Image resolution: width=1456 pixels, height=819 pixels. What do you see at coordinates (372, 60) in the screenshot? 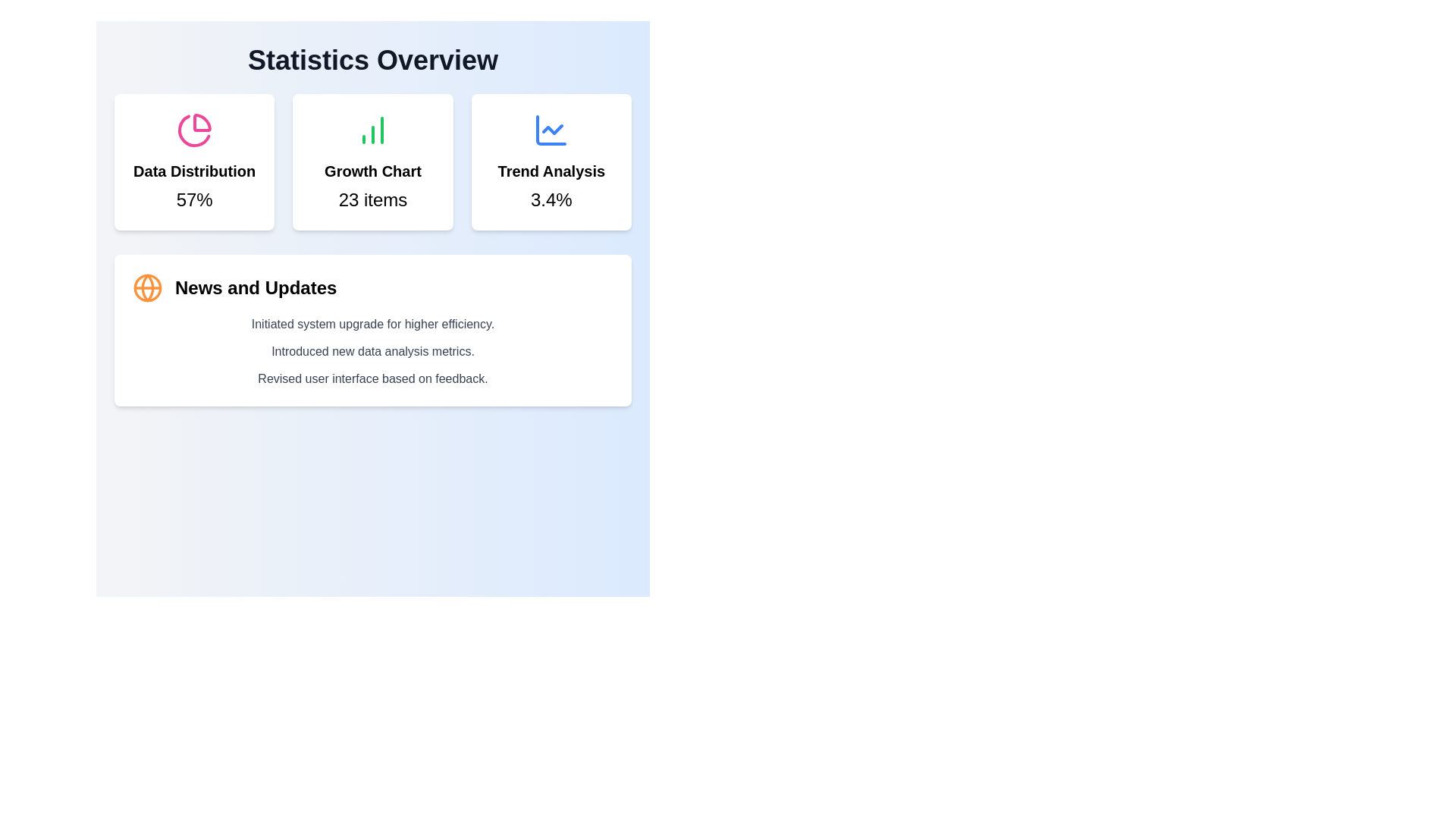
I see `the Static text label 'Statistics Overview', which is a bold heading displayed at the top of the interface and centered horizontally` at bounding box center [372, 60].